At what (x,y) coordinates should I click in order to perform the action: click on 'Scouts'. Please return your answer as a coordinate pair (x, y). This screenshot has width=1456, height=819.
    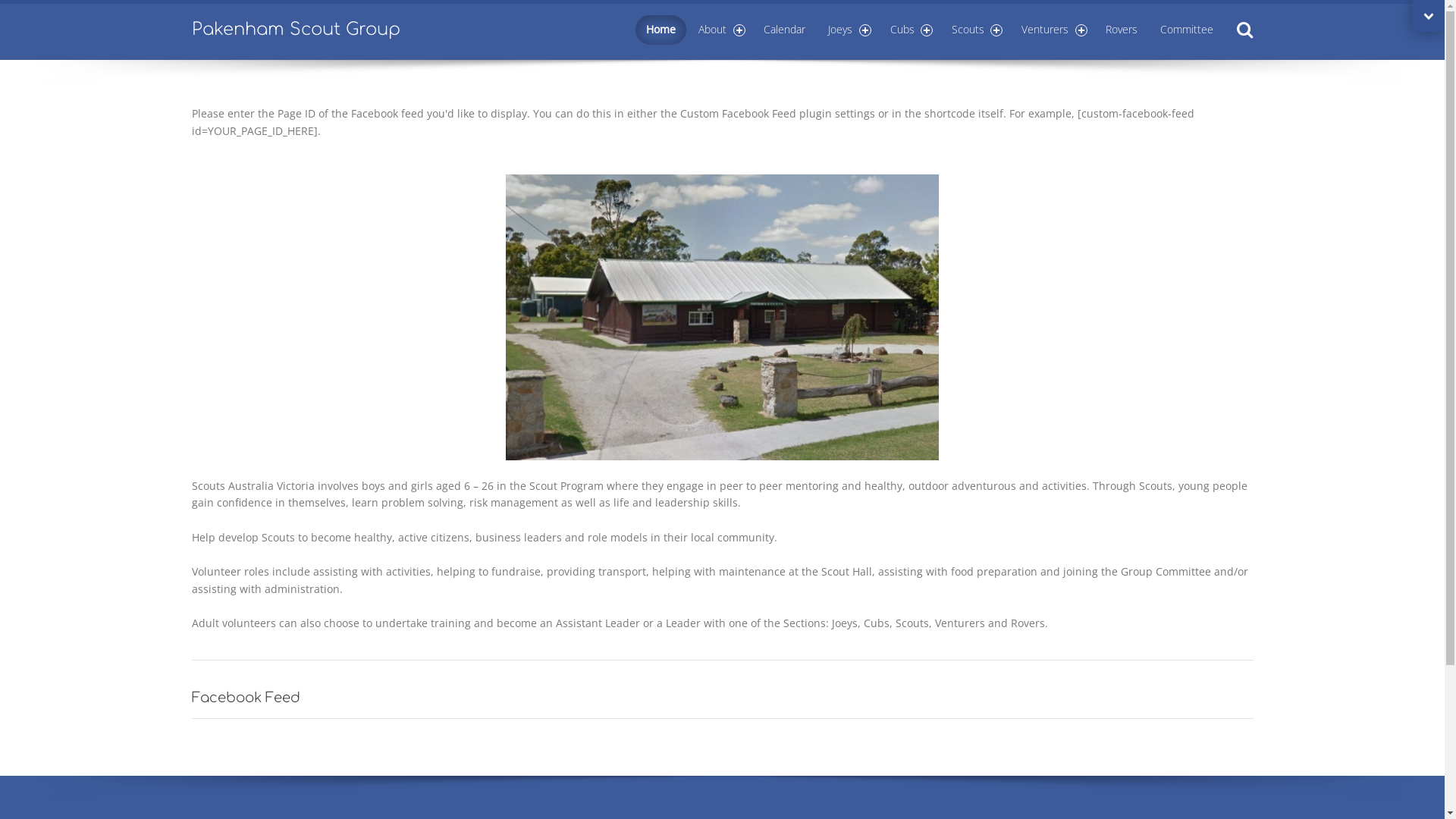
    Looking at the image, I should click on (975, 30).